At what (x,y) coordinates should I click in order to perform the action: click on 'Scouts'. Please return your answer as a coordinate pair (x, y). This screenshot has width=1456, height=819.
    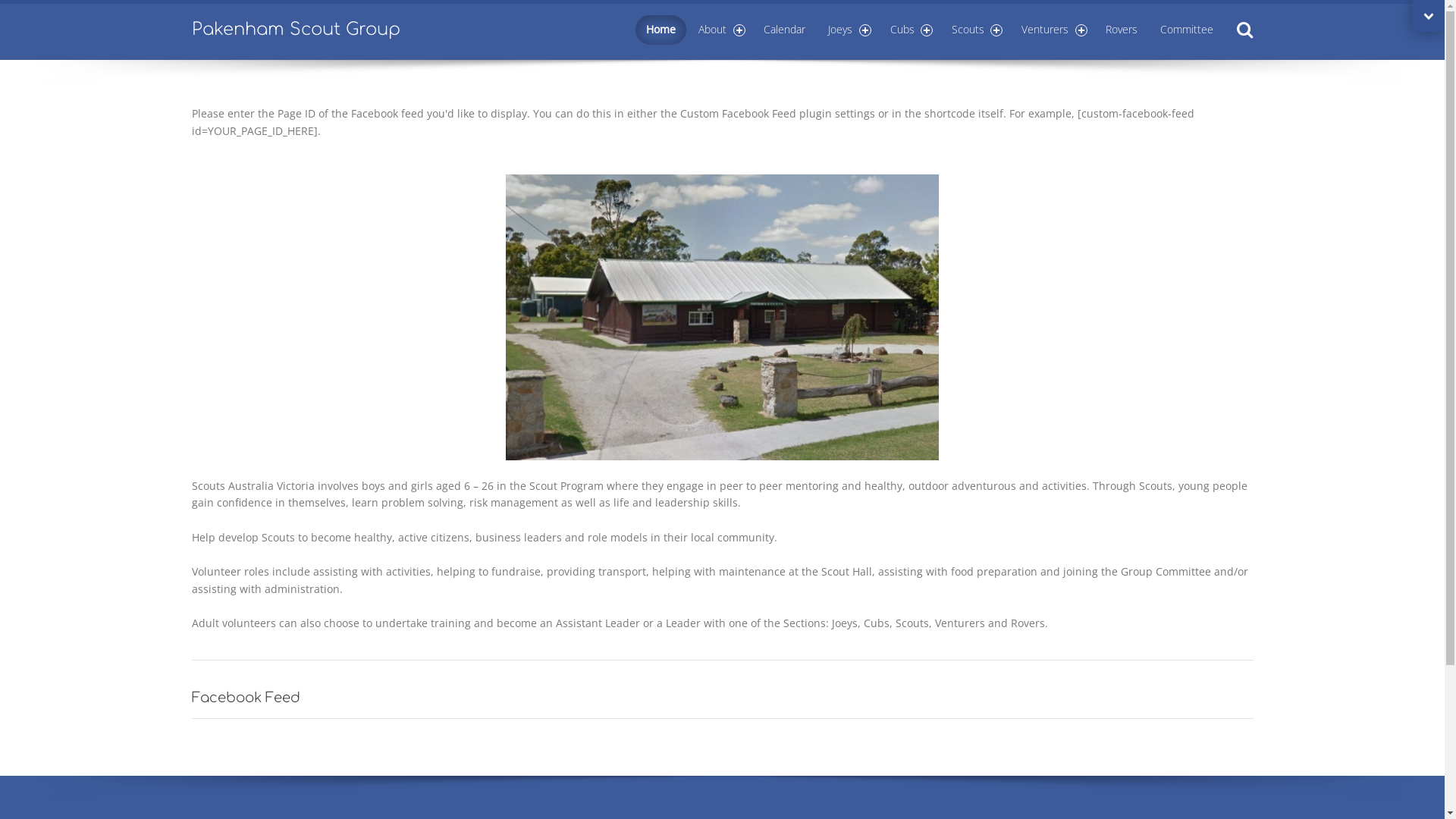
    Looking at the image, I should click on (975, 30).